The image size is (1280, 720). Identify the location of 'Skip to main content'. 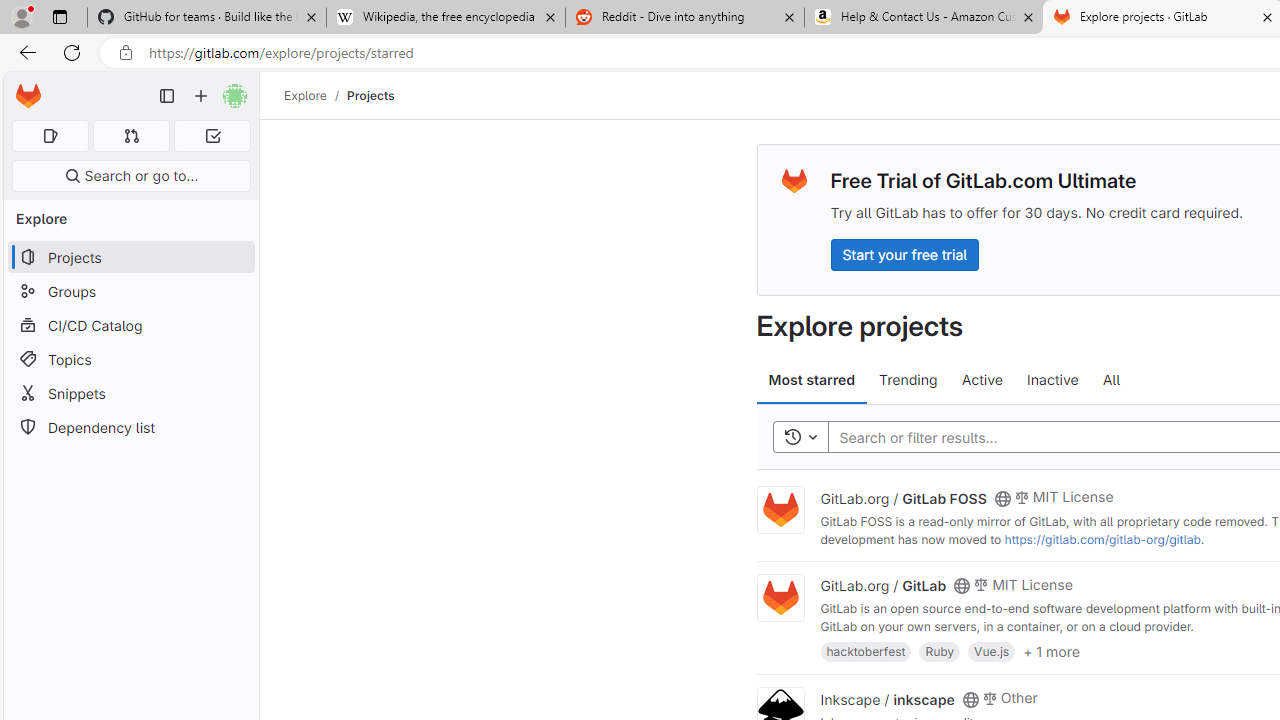
(23, 86).